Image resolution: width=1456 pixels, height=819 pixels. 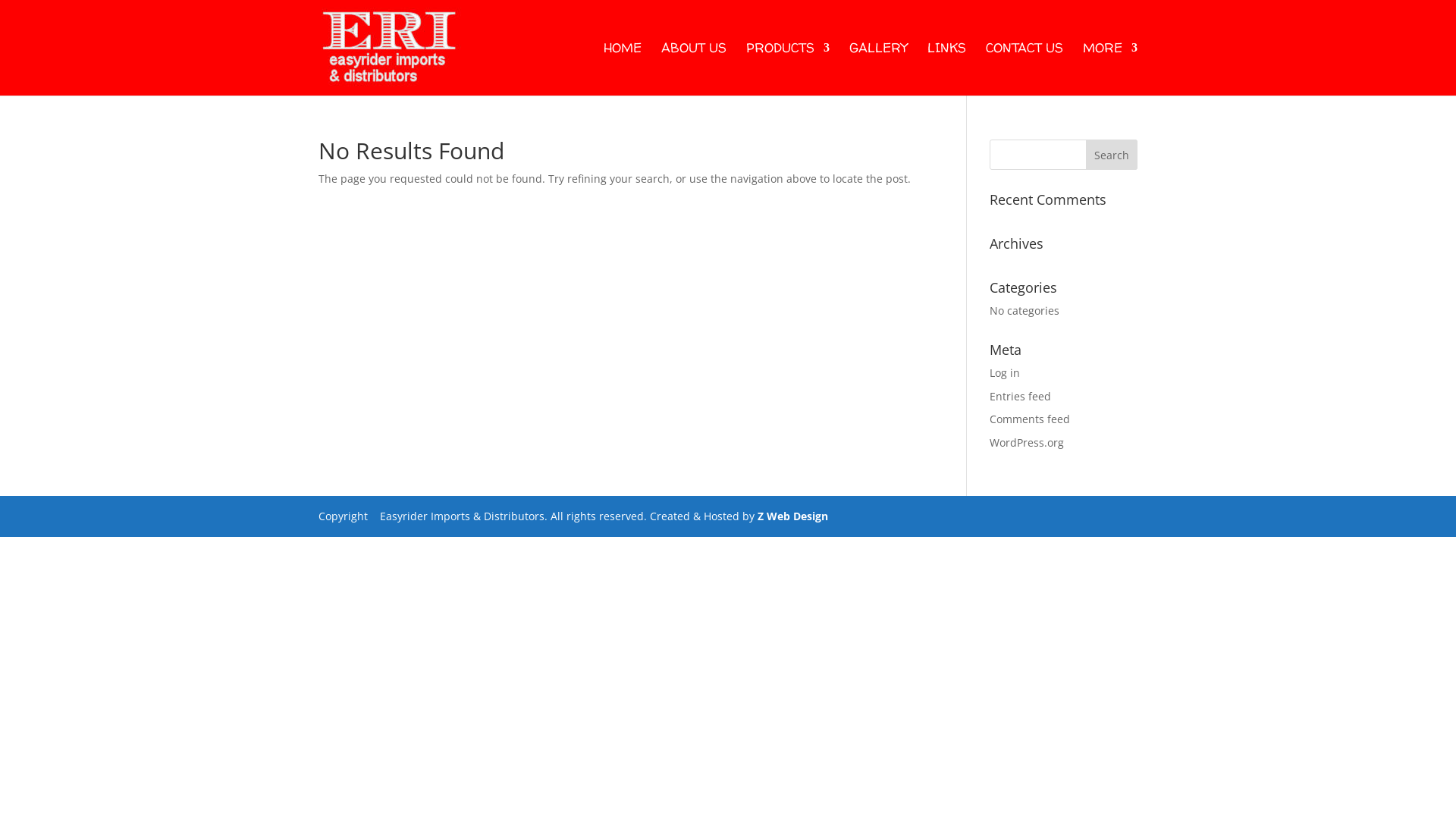 What do you see at coordinates (1111, 155) in the screenshot?
I see `'Search'` at bounding box center [1111, 155].